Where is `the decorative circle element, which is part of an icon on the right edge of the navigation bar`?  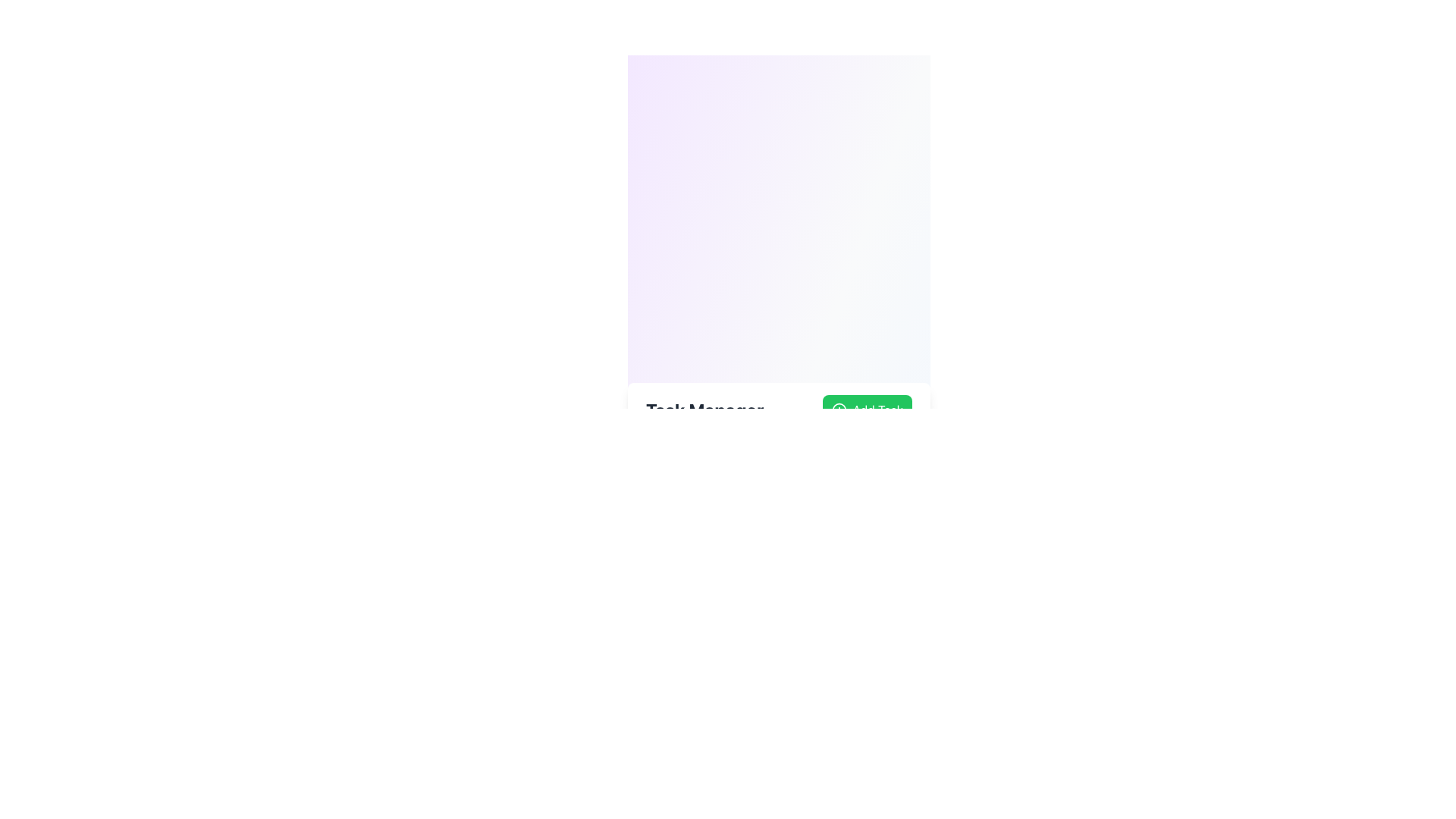
the decorative circle element, which is part of an icon on the right edge of the navigation bar is located at coordinates (838, 409).